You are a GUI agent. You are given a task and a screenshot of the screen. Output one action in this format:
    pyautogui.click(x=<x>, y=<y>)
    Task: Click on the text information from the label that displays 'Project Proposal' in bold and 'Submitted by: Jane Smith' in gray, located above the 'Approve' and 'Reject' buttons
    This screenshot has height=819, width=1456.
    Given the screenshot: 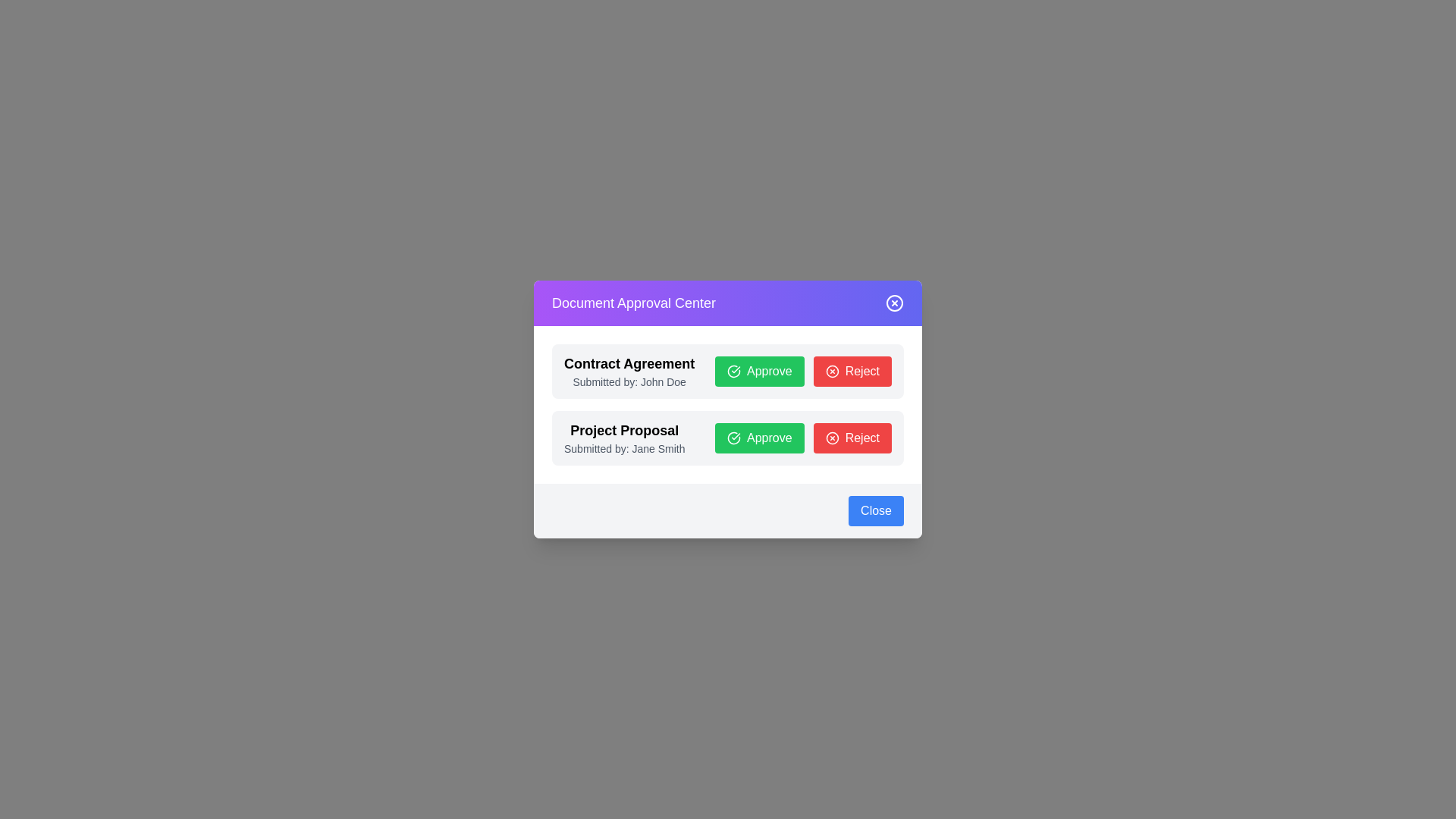 What is the action you would take?
    pyautogui.click(x=624, y=438)
    